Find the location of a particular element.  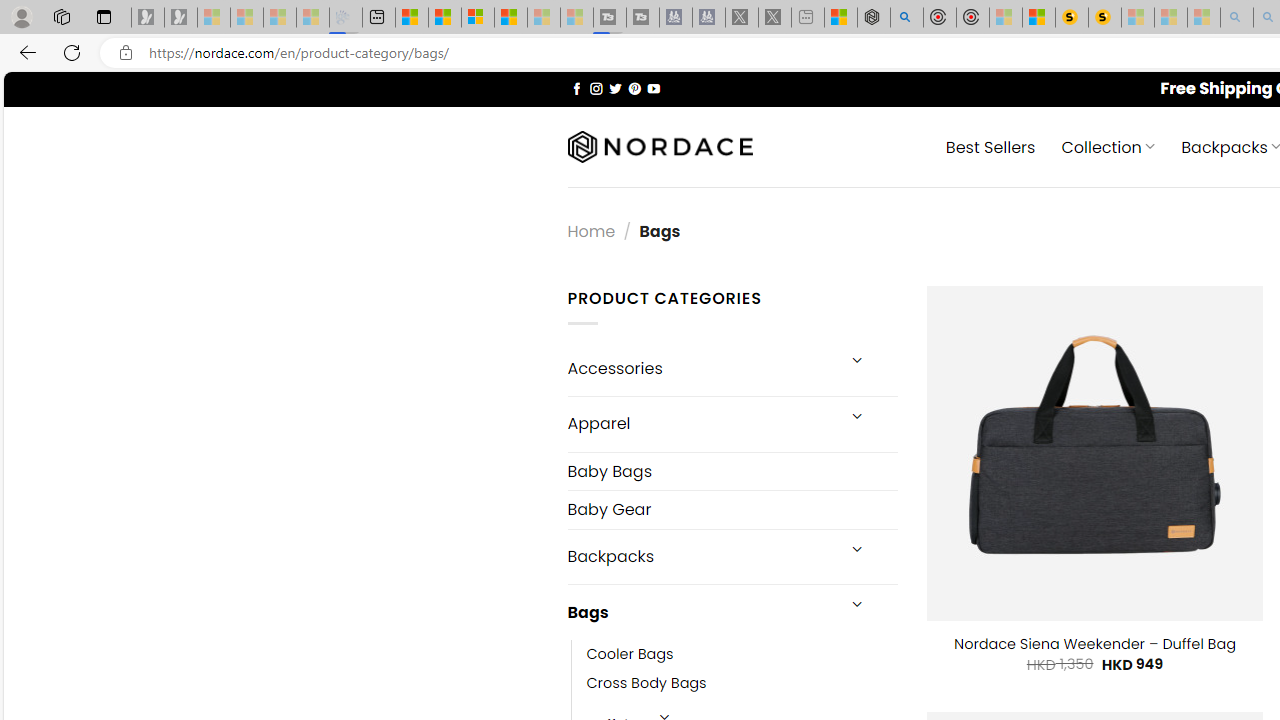

'Workspaces' is located at coordinates (61, 16).